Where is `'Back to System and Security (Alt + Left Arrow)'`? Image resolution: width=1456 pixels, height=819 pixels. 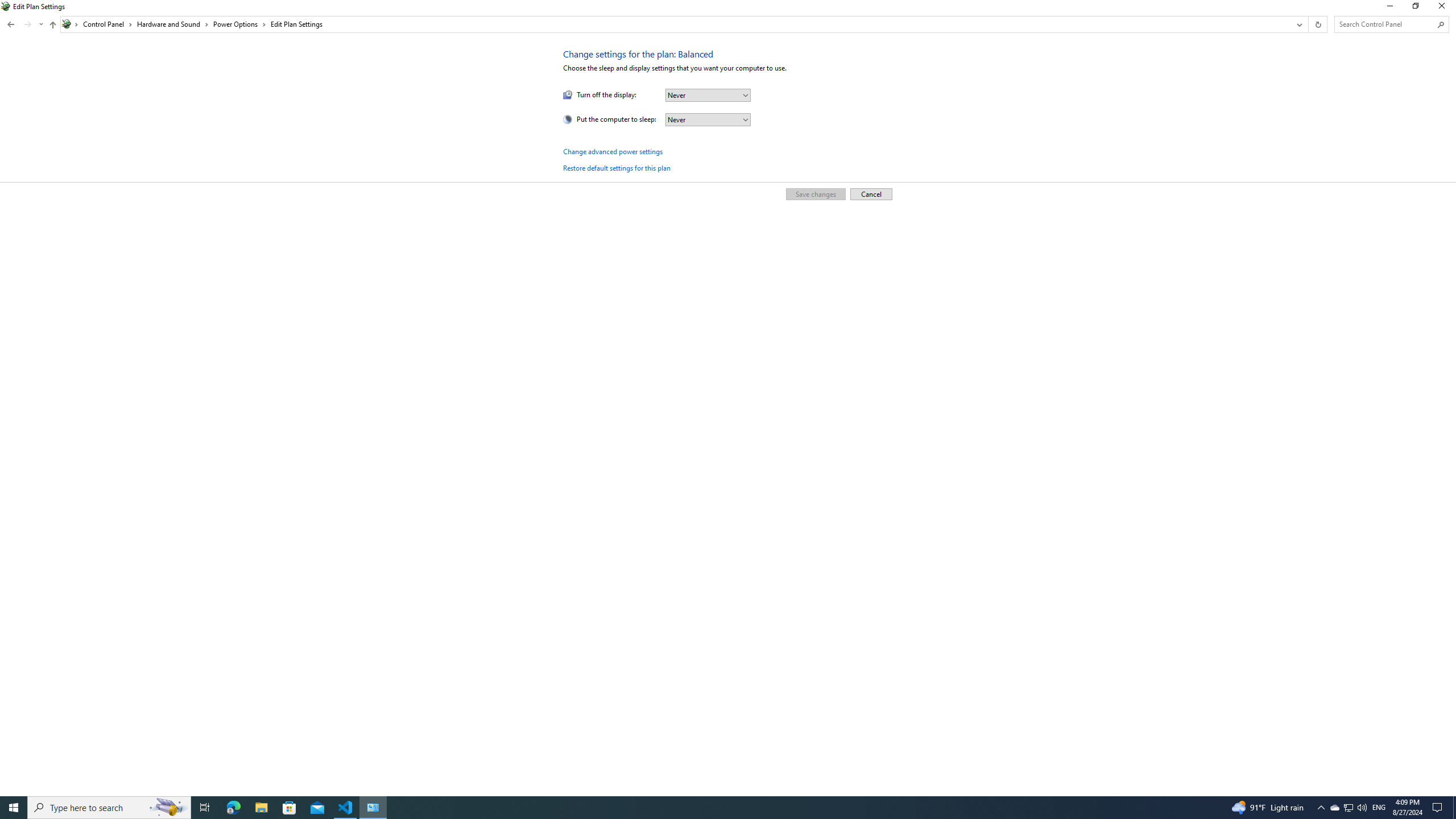 'Back to System and Security (Alt + Left Arrow)' is located at coordinates (11, 24).